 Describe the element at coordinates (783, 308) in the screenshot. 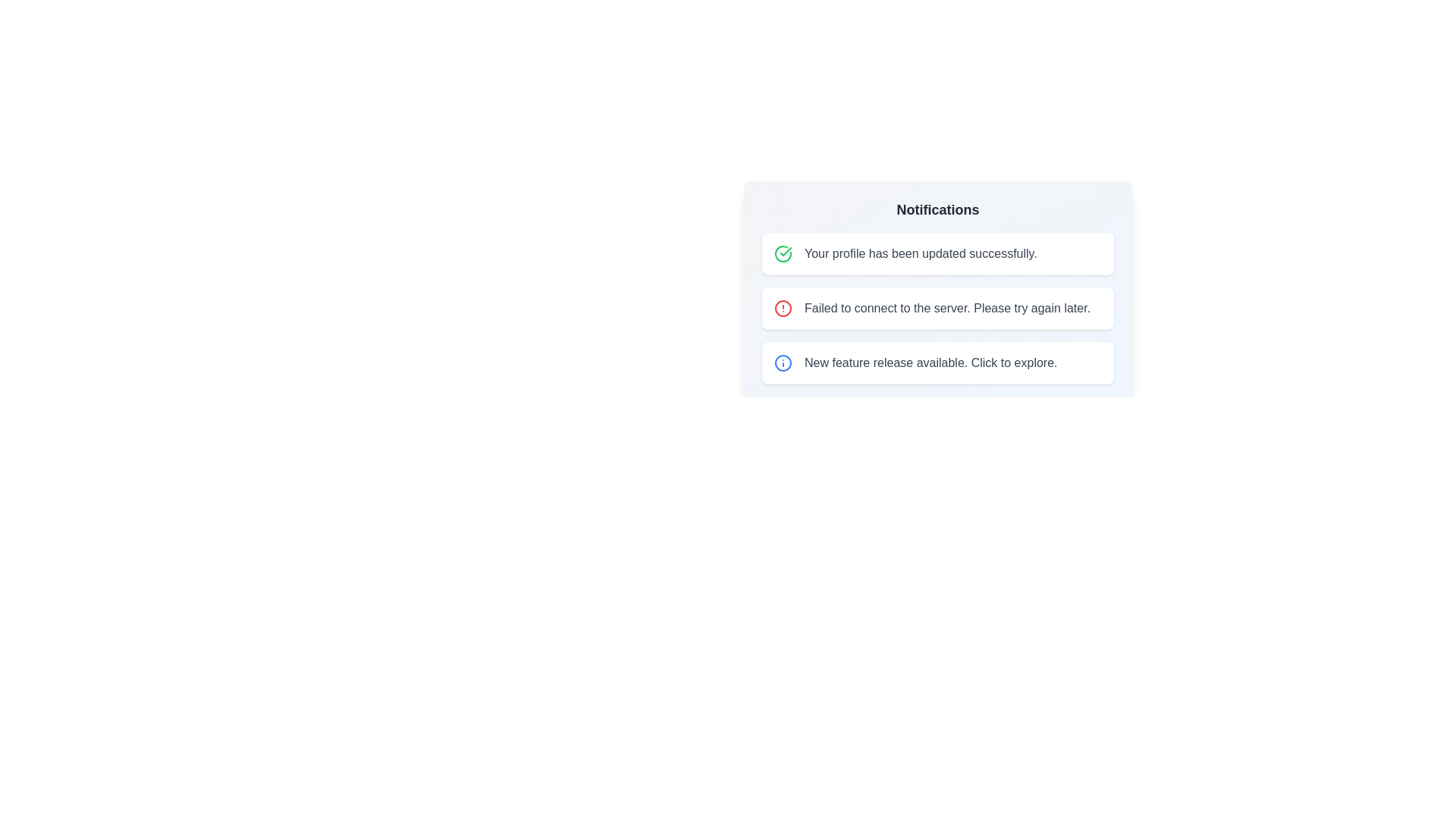

I see `the SVG circle that serves as the decorative part of the warning icon located in the middle item of the 'Notifications' section` at that location.